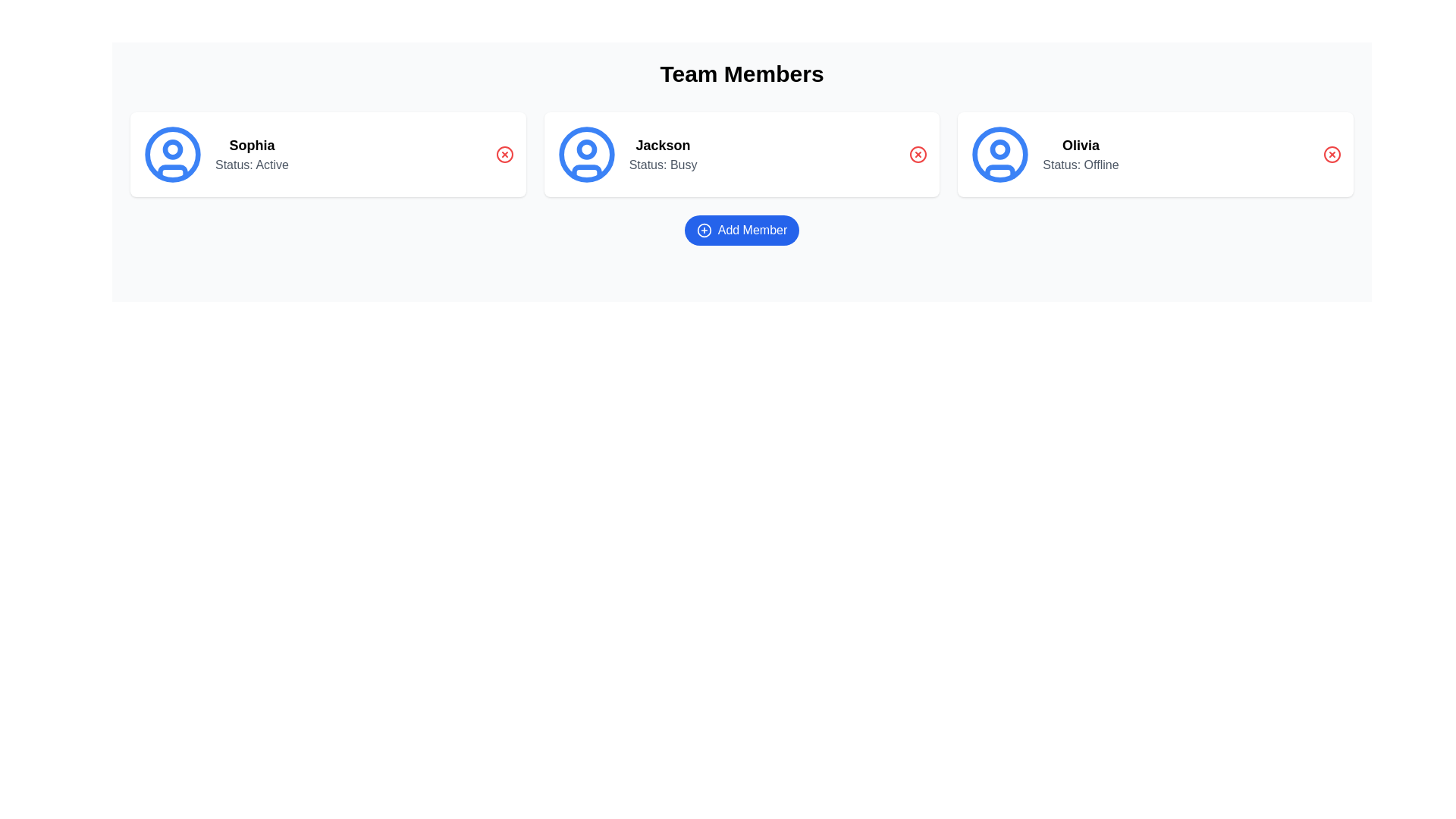 This screenshot has width=1456, height=819. I want to click on the decorative vector graphic representing the avatar of user 'Jackson' in the 'Team Members' list, so click(585, 171).